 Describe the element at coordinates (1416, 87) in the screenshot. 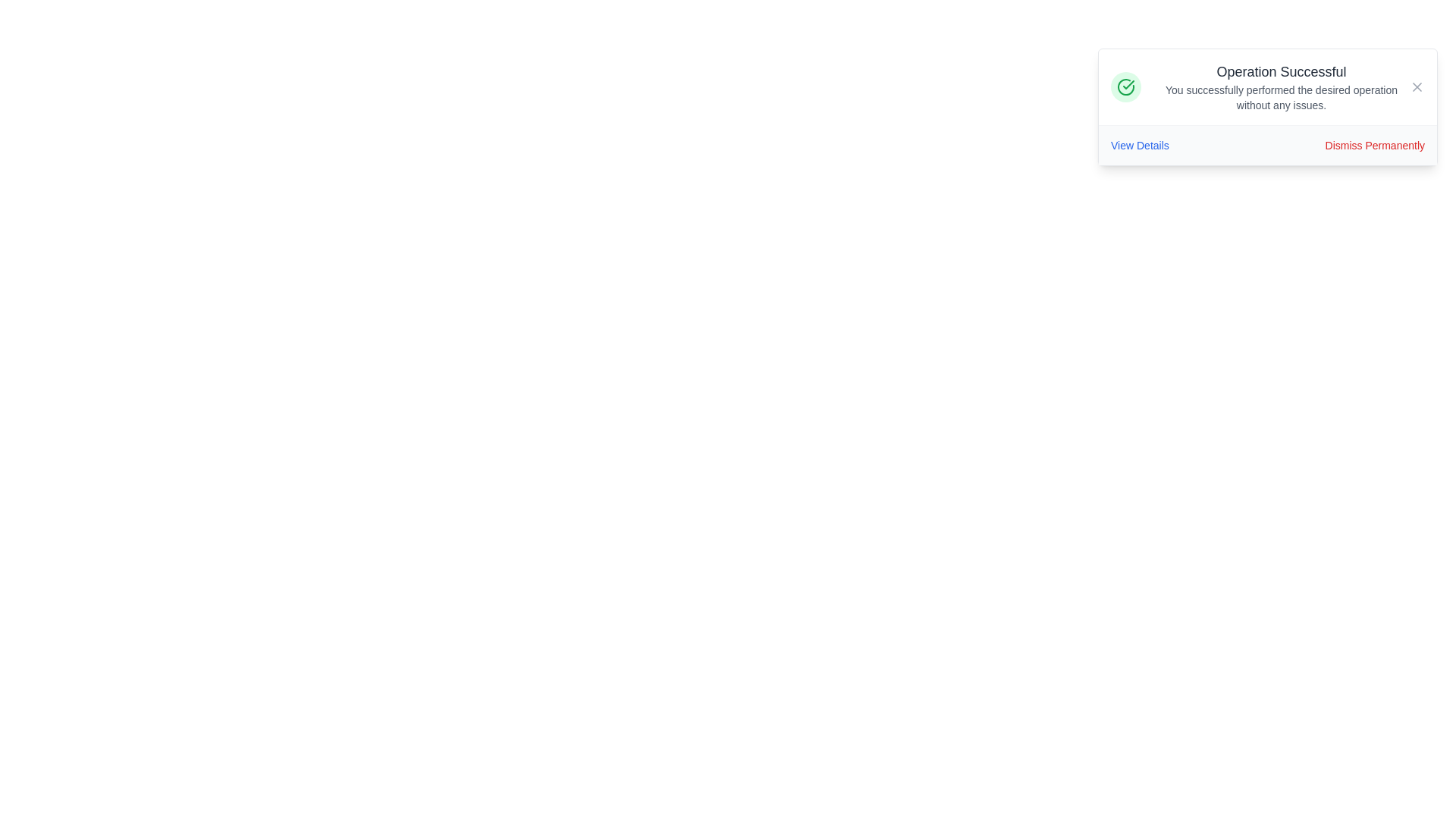

I see `the close icon, represented by a simple stroke-based 'X', located at the top-right corner of the notification panel` at that location.